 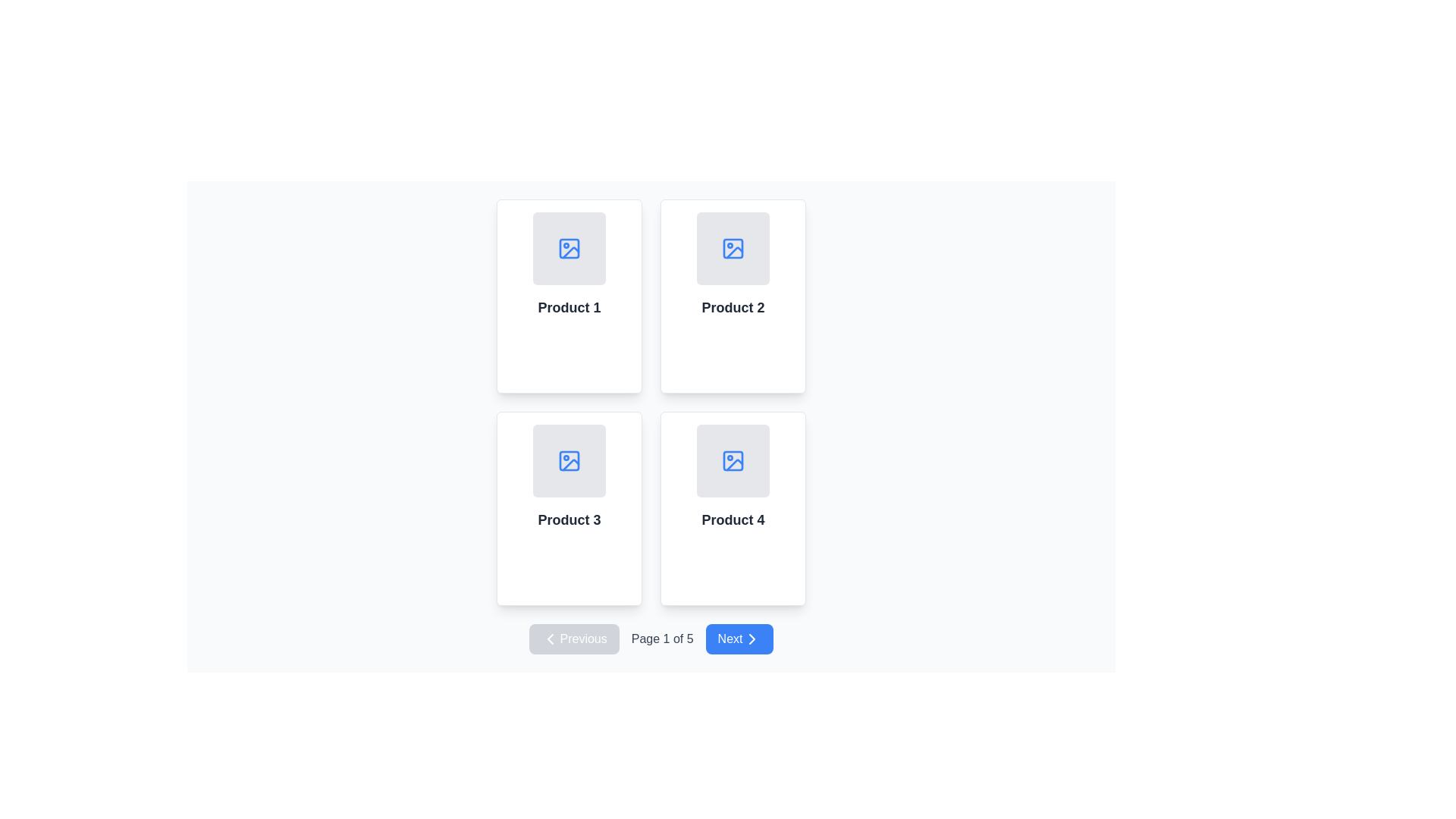 I want to click on the static text label that displays the name of the product within the 'Product 4' card, located in the second row, second column, so click(x=733, y=519).